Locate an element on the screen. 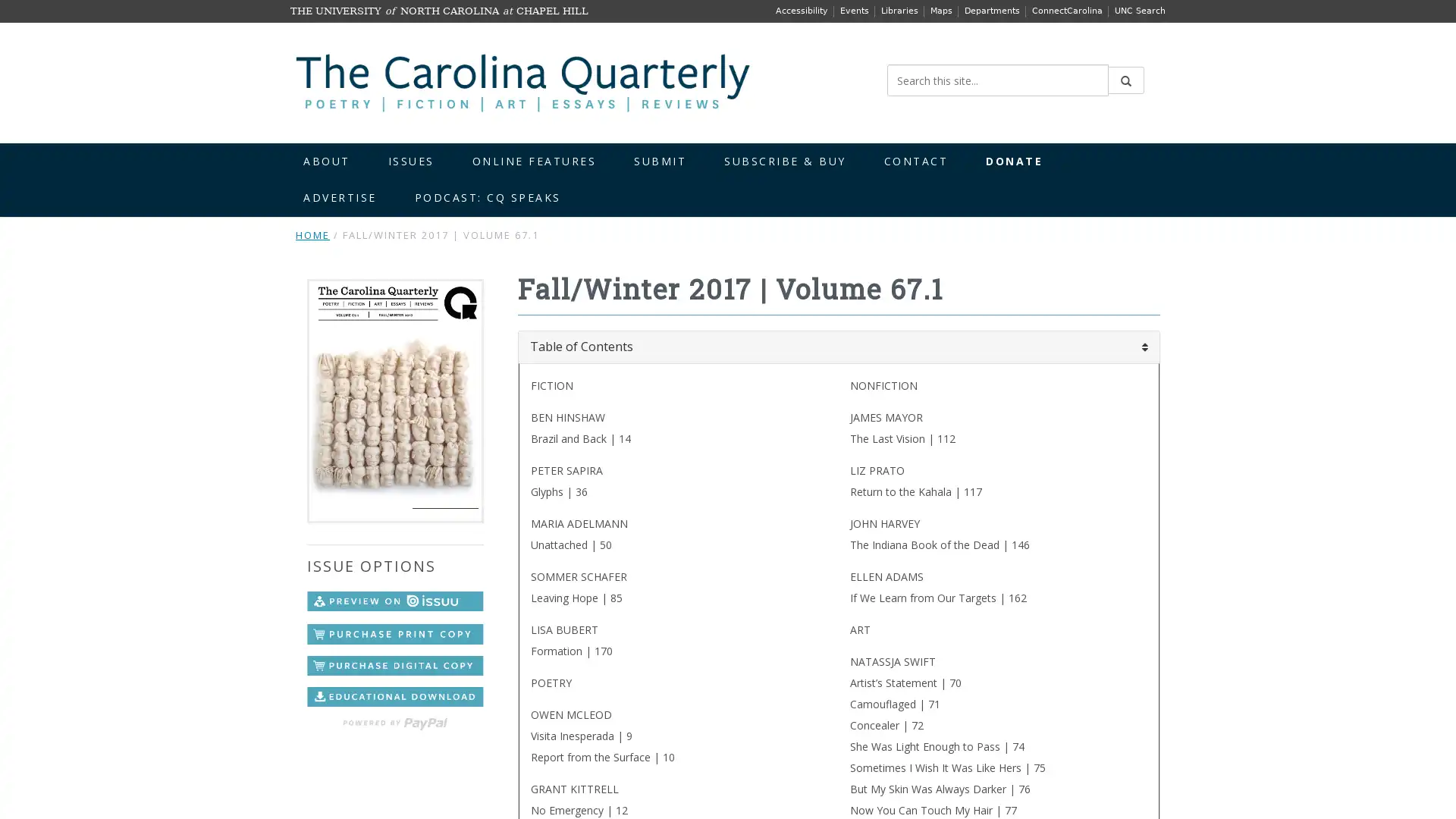 Image resolution: width=1456 pixels, height=819 pixels. Submit Search is located at coordinates (1125, 80).